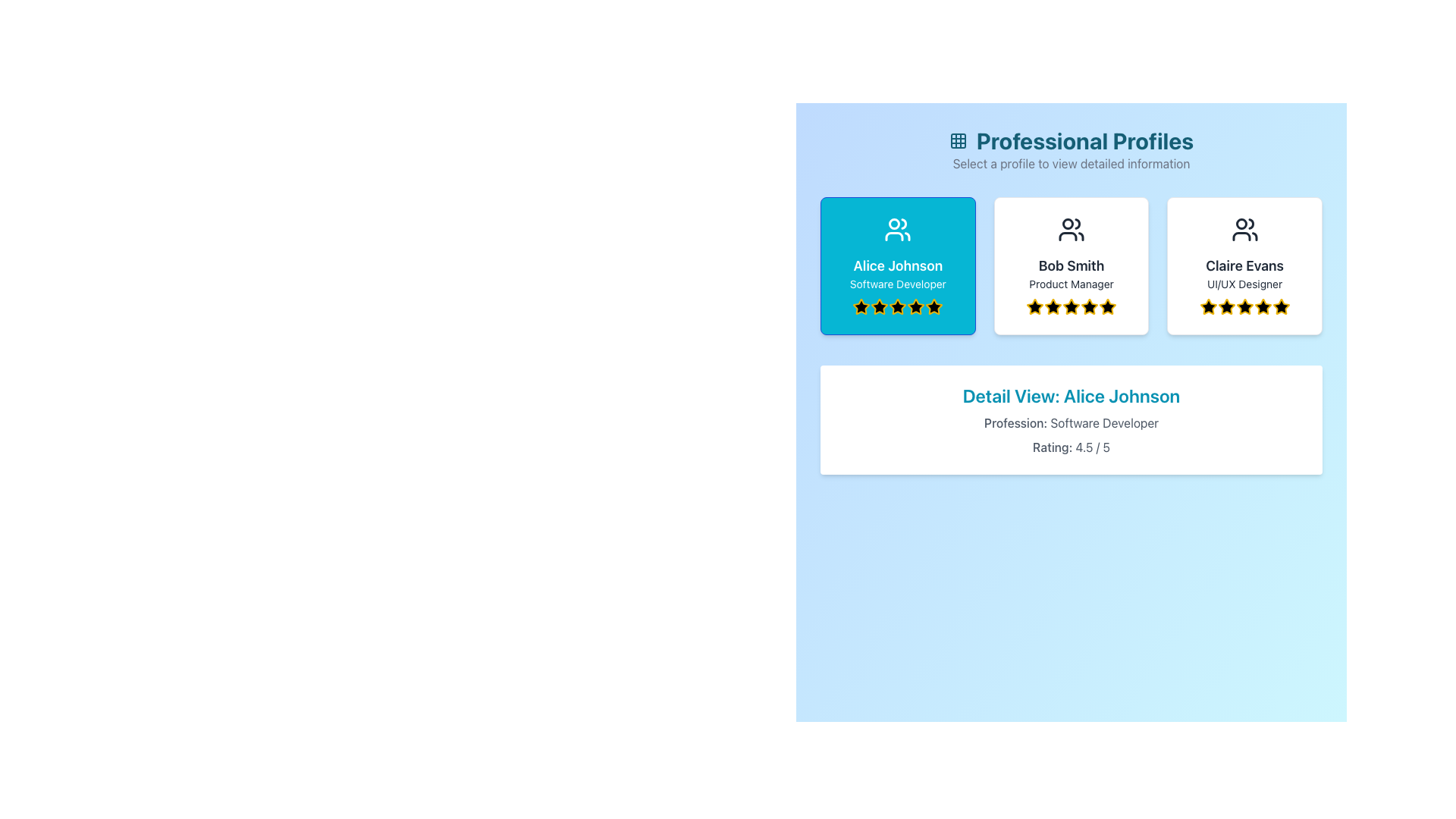 The width and height of the screenshot is (1456, 819). I want to click on text label displaying 'UI/UX Designer' located within Claire Evans' profile card, positioned below her name and above the rating stars, so click(1244, 284).